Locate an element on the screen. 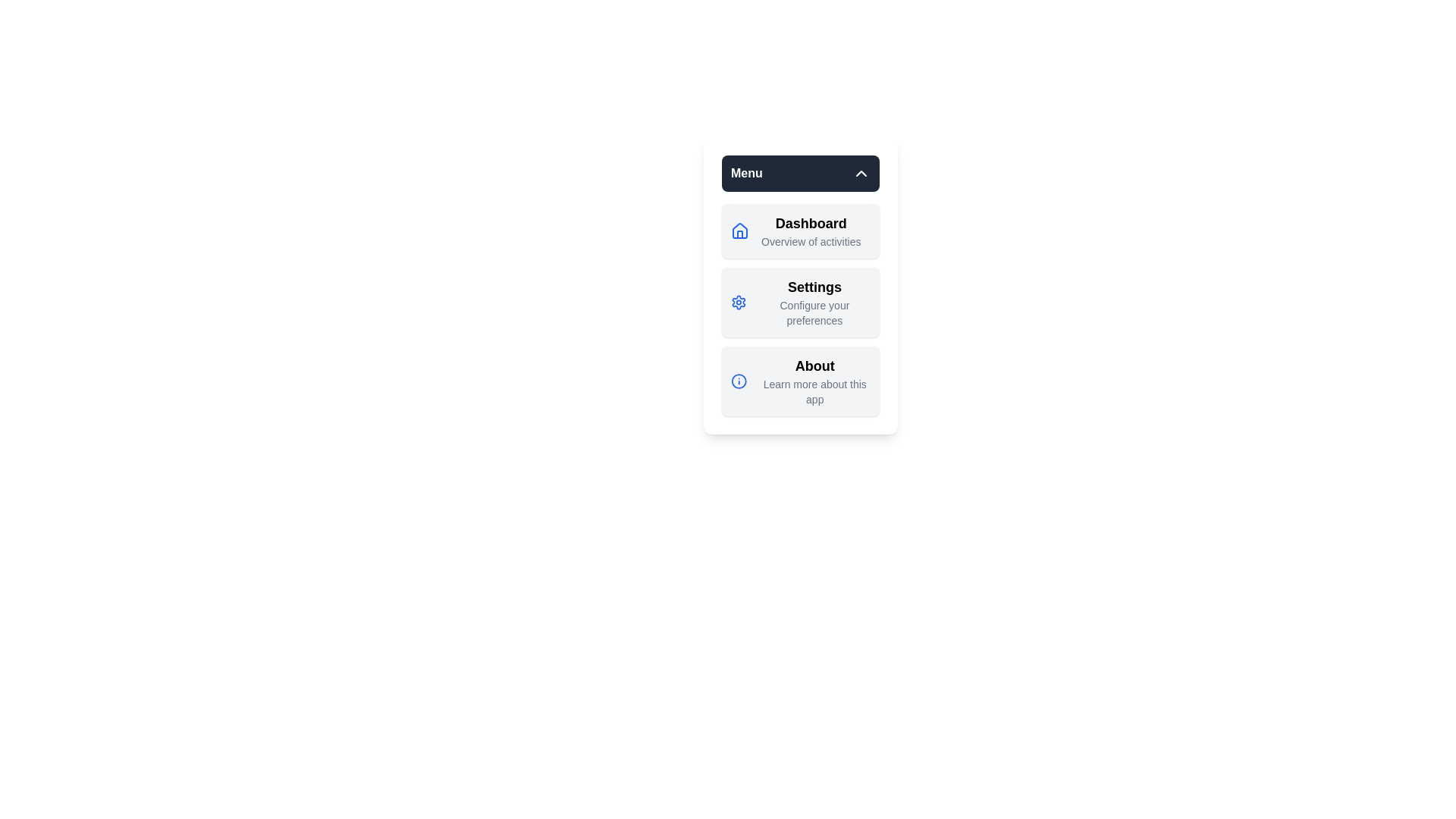 The image size is (1456, 819). the menu toggle button to change its state is located at coordinates (800, 172).